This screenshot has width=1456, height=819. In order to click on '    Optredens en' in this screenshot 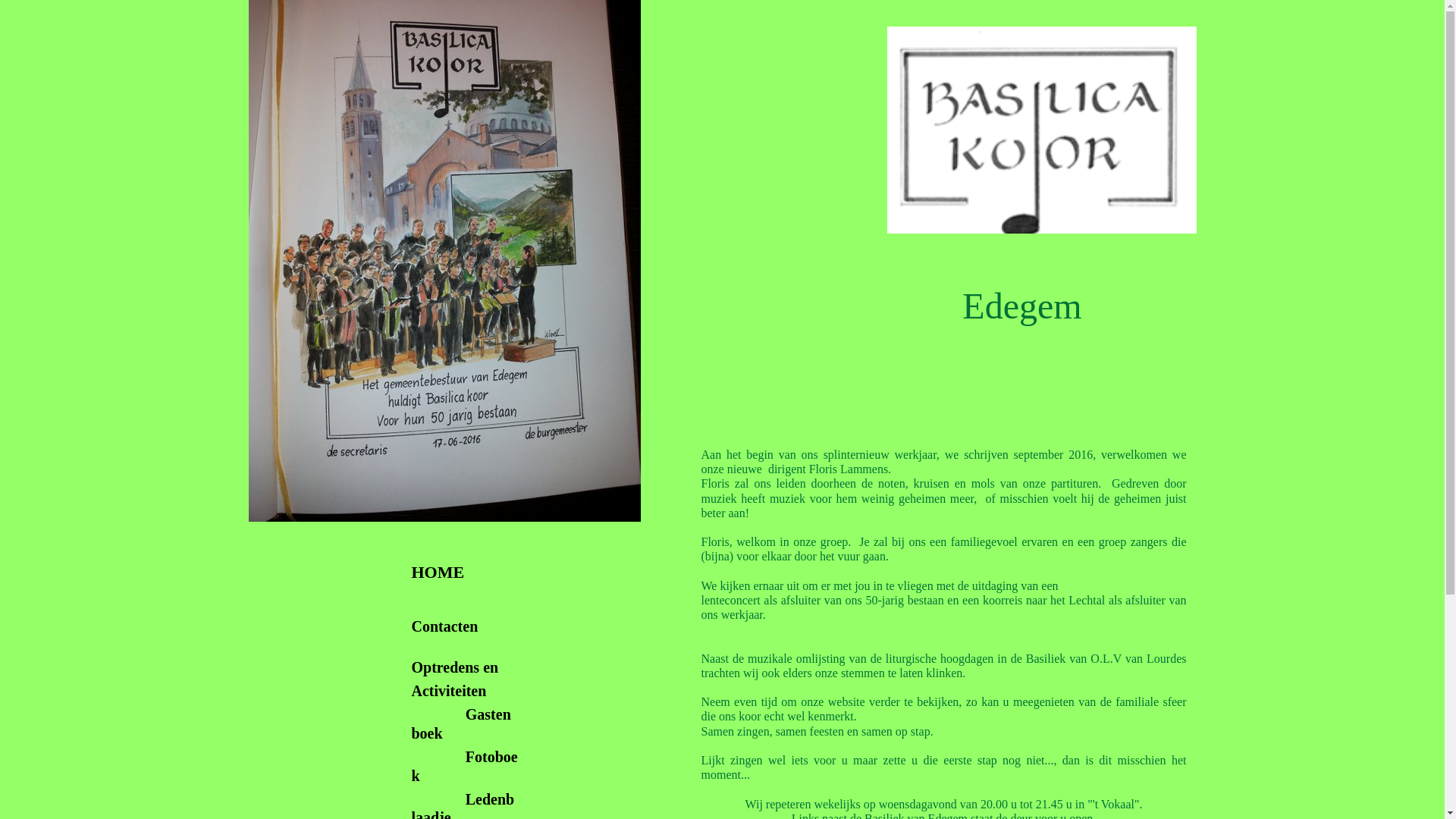, I will do `click(453, 659)`.